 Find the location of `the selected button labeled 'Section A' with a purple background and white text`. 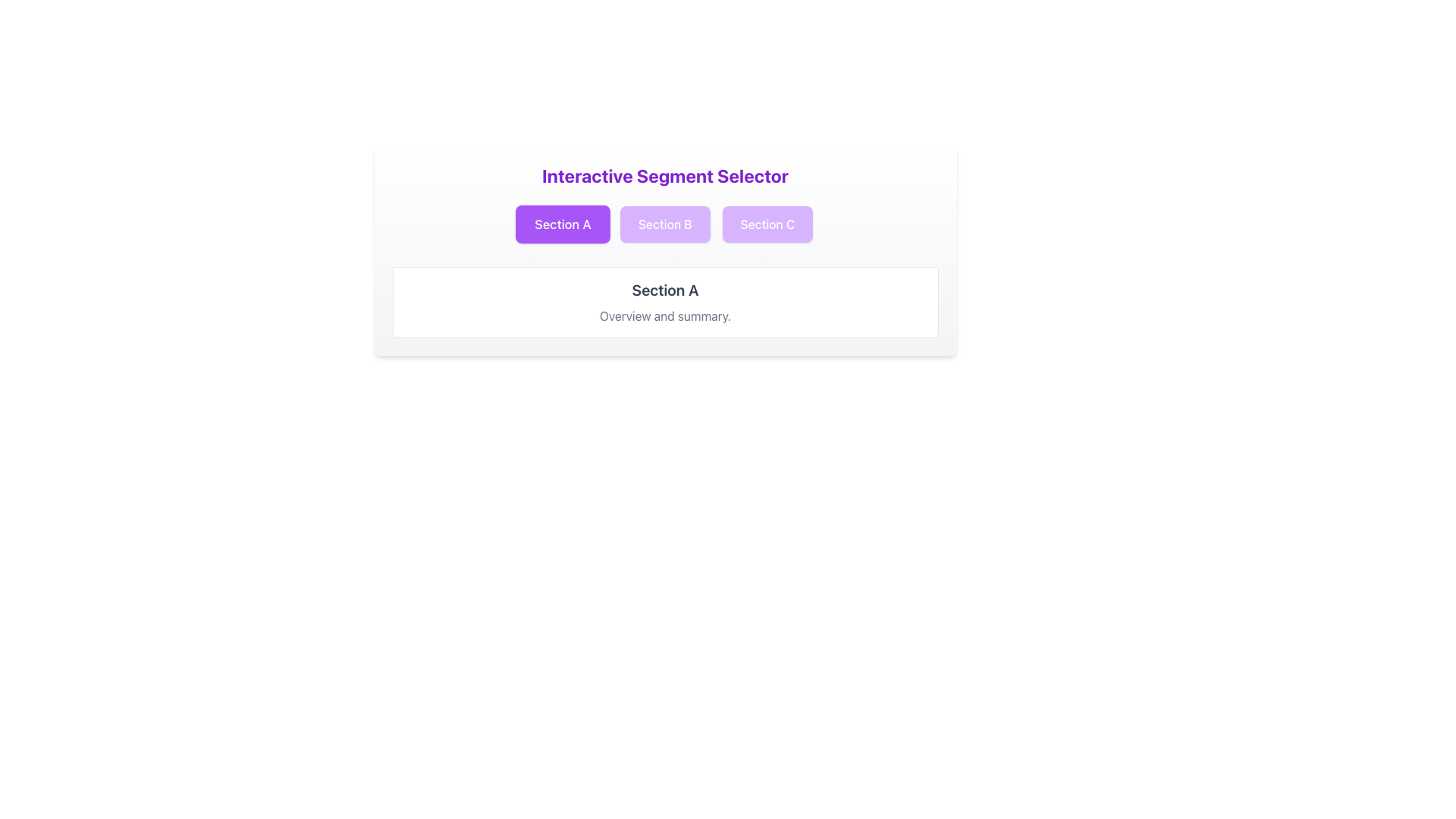

the selected button labeled 'Section A' with a purple background and white text is located at coordinates (562, 224).